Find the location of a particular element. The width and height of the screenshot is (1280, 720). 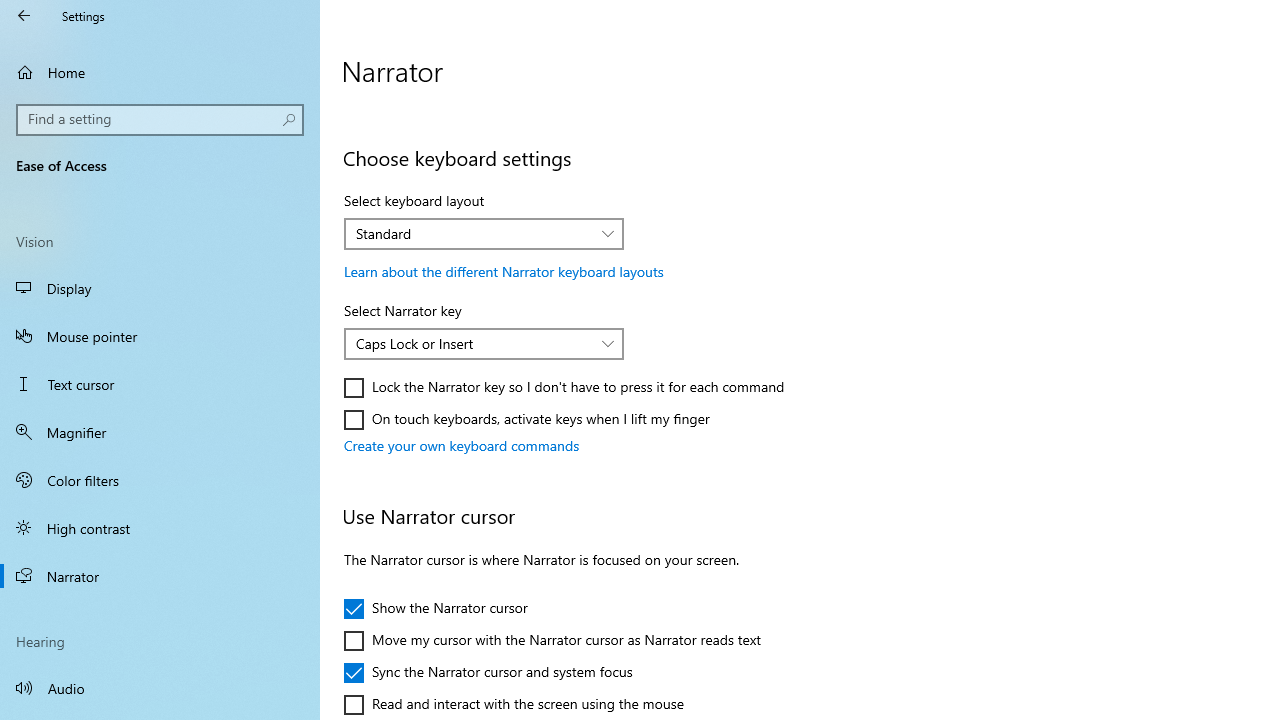

'Standard' is located at coordinates (472, 232).